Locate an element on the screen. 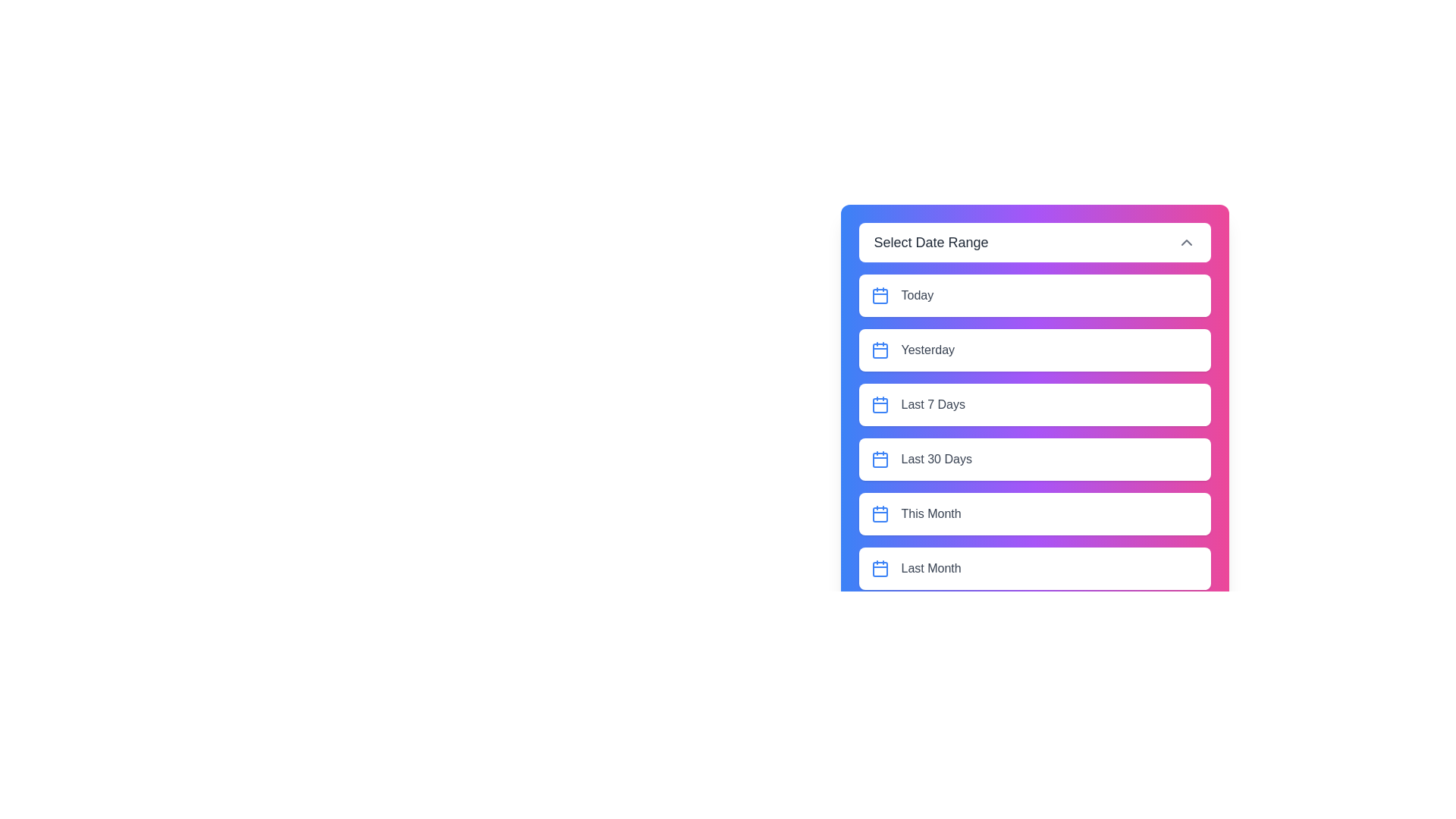  the date range option Yesterday from the list is located at coordinates (1034, 350).